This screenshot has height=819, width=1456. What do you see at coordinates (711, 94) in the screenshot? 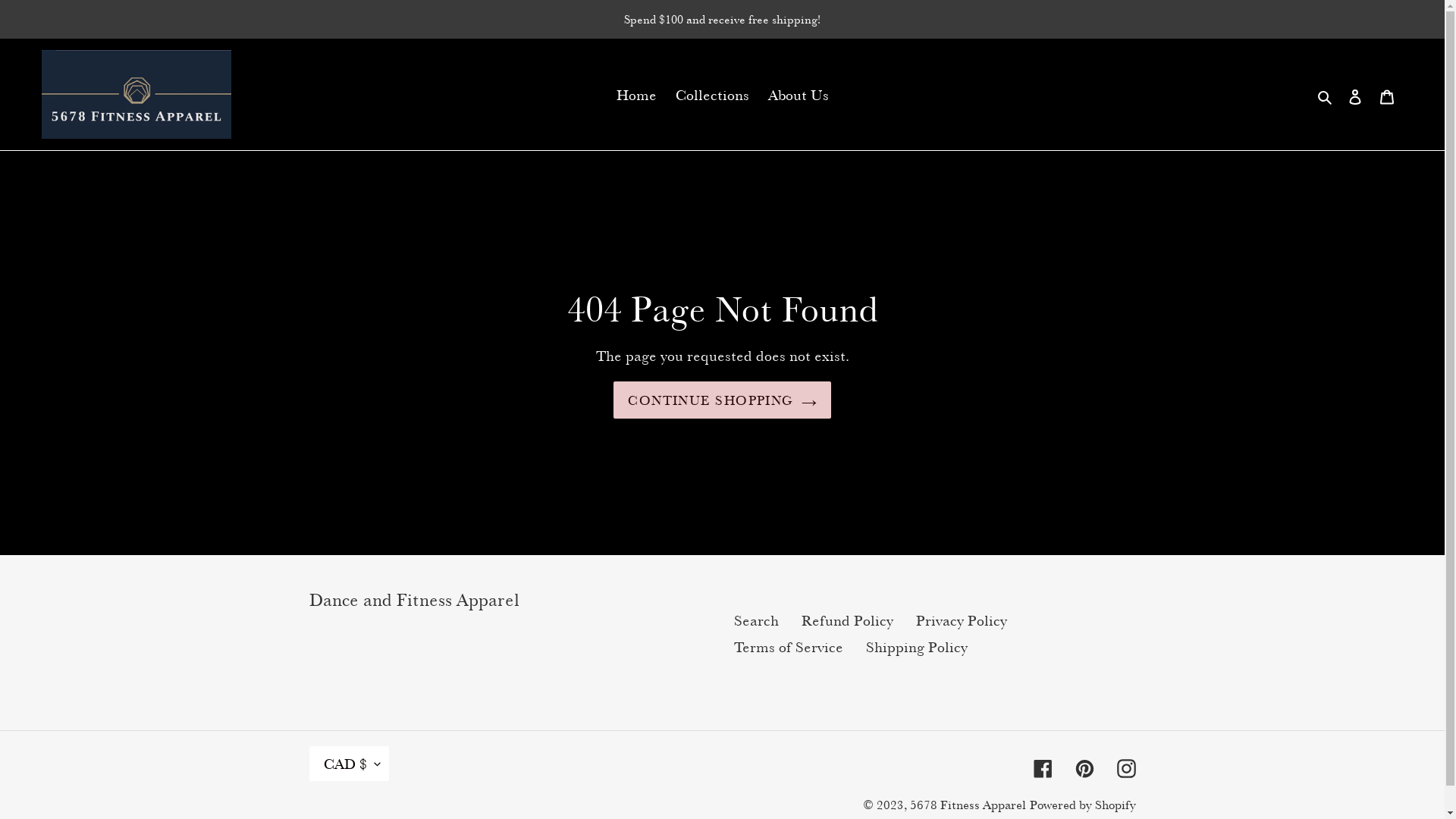
I see `'Collections'` at bounding box center [711, 94].